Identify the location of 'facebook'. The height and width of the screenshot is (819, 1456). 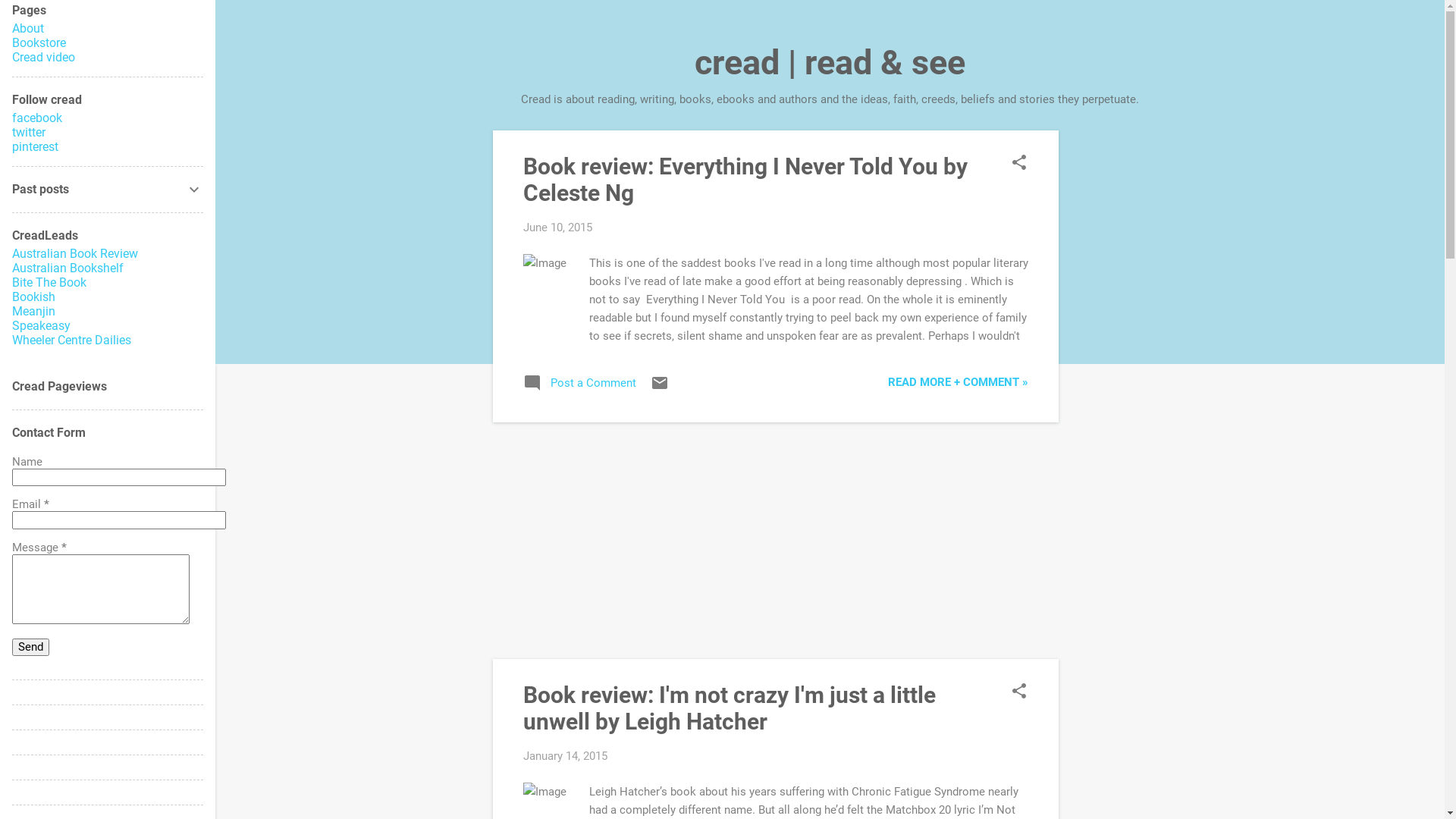
(36, 117).